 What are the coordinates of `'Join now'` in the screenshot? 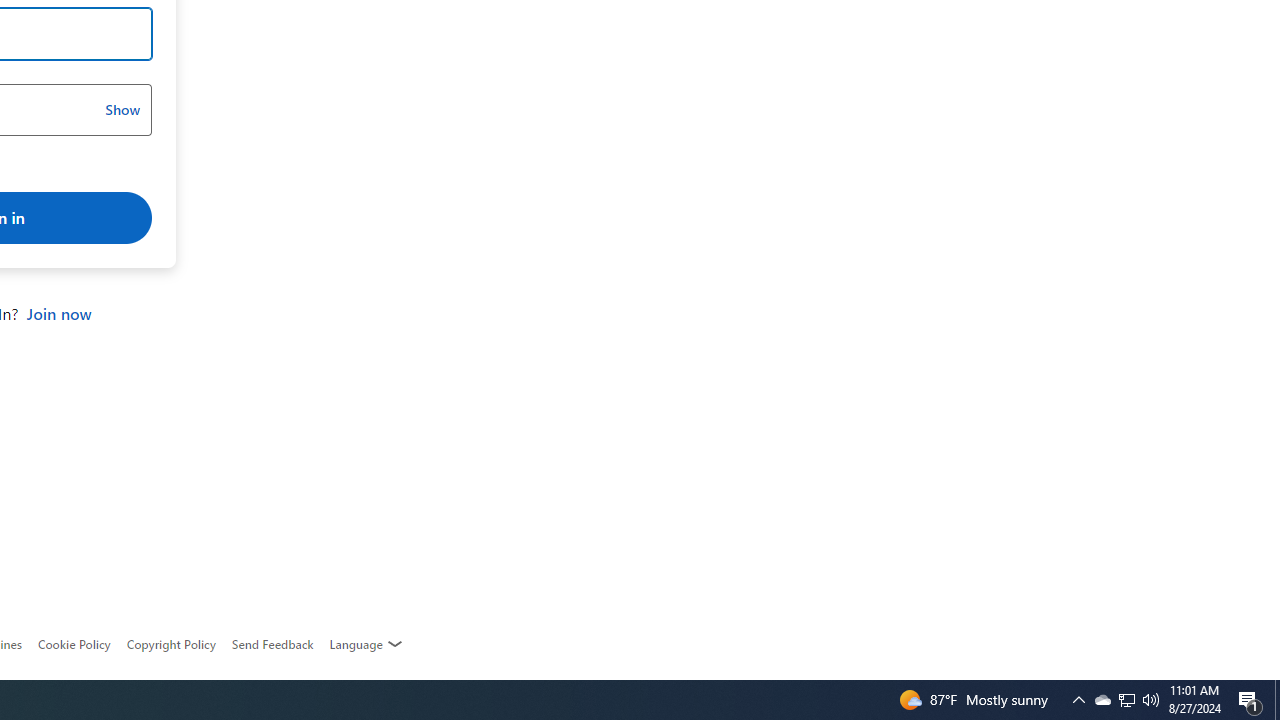 It's located at (58, 314).